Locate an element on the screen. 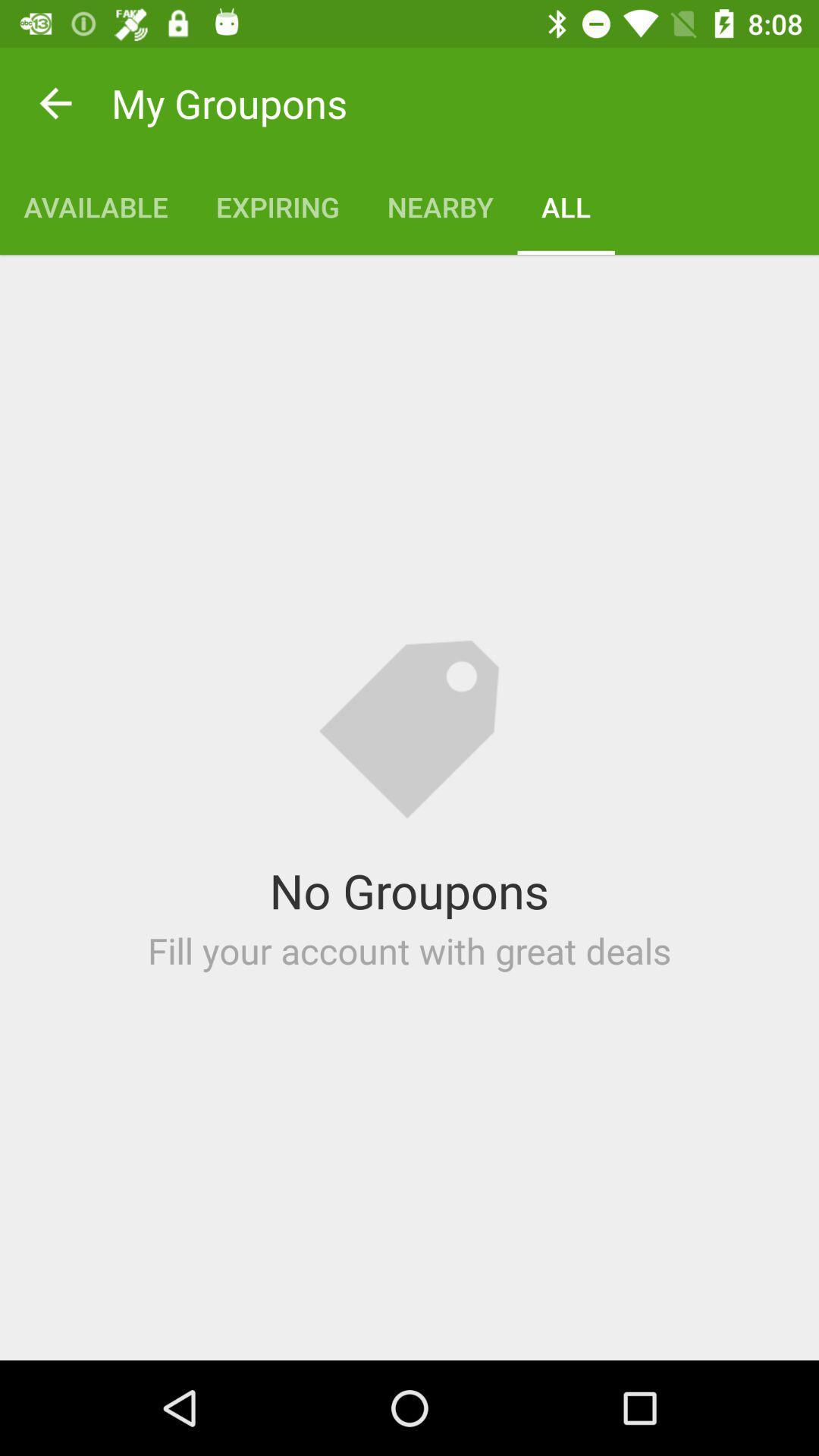 This screenshot has width=819, height=1456. item next to the my groupons is located at coordinates (55, 102).